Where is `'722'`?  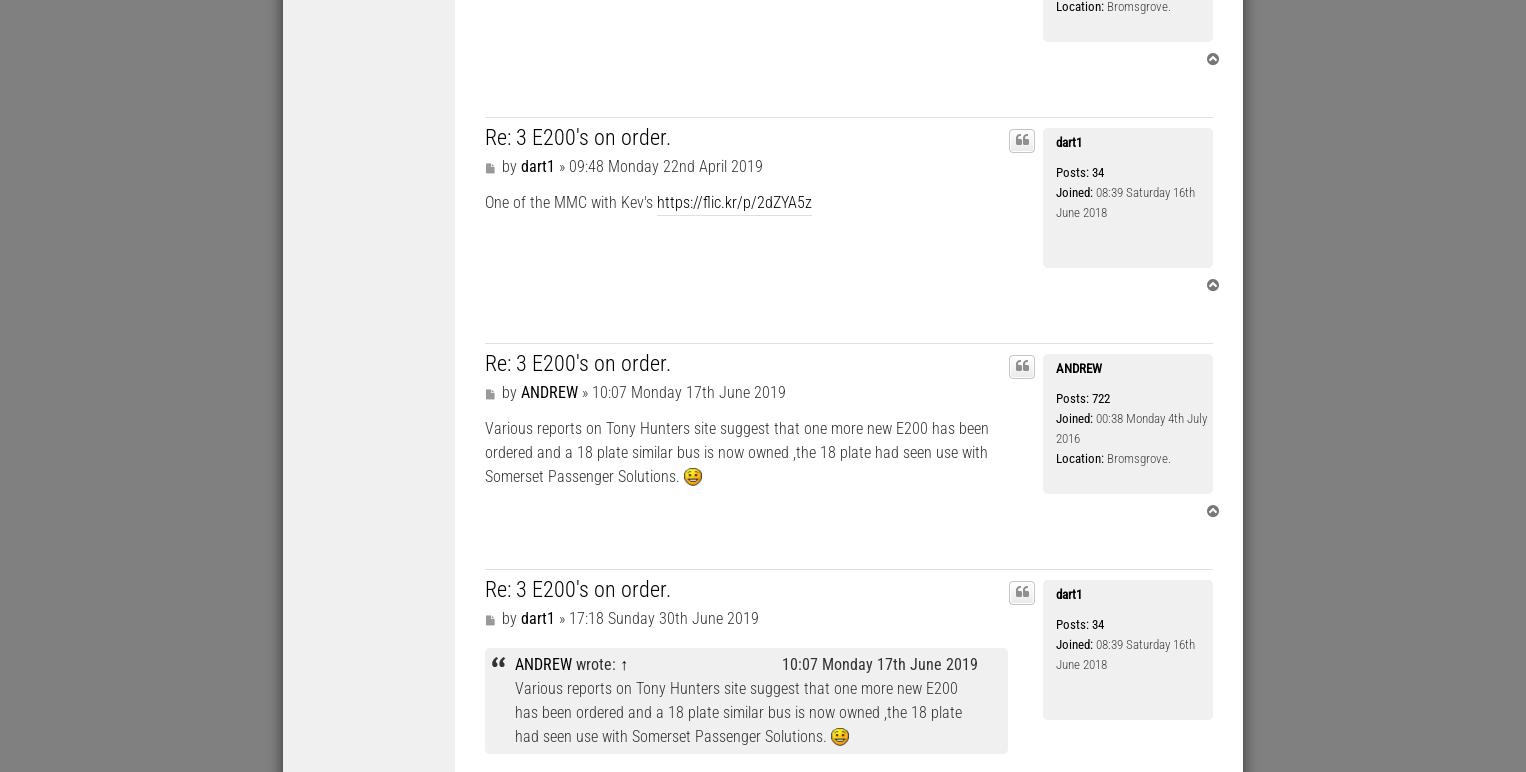
'722' is located at coordinates (1098, 398).